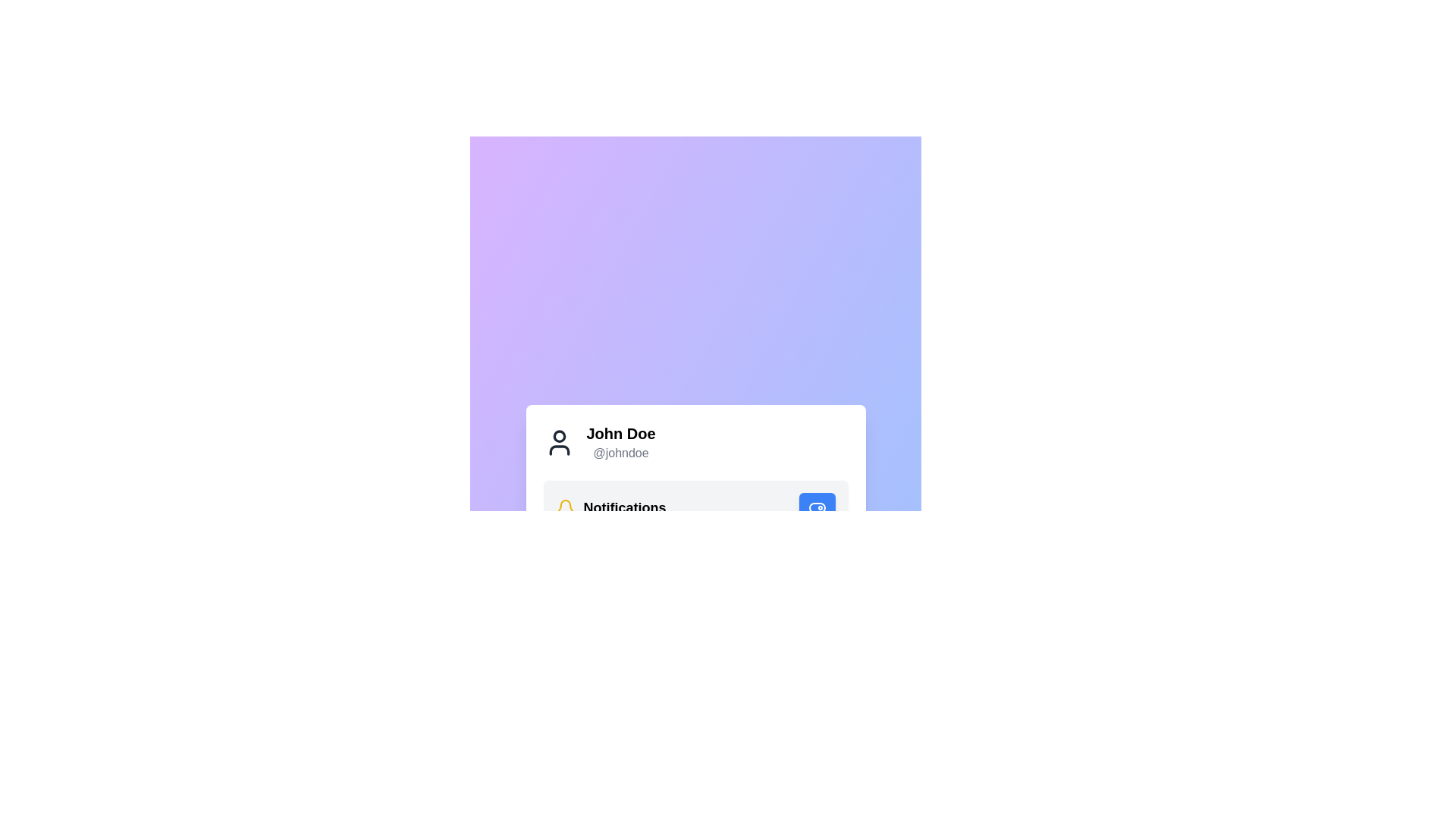 This screenshot has width=1456, height=819. Describe the element at coordinates (621, 452) in the screenshot. I see `the text label displaying the username 'John Doe', which is positioned below the text 'John Doe' in the top-center of the interface` at that location.